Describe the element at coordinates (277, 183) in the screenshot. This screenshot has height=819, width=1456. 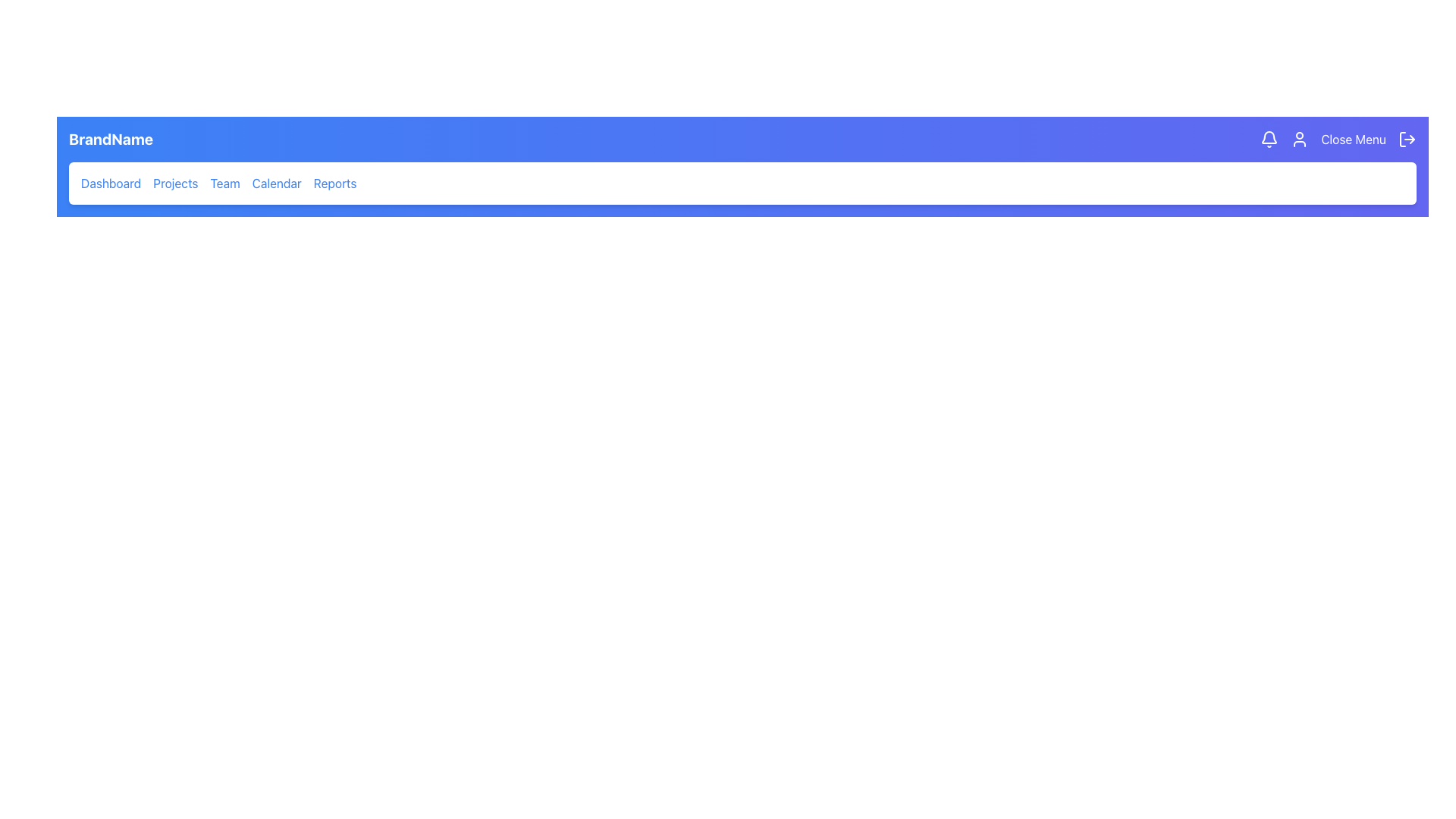
I see `the 'Calendar' link in the navigation bar to observe the visual style change, which includes a blue font color and an underline effect upon hovering` at that location.